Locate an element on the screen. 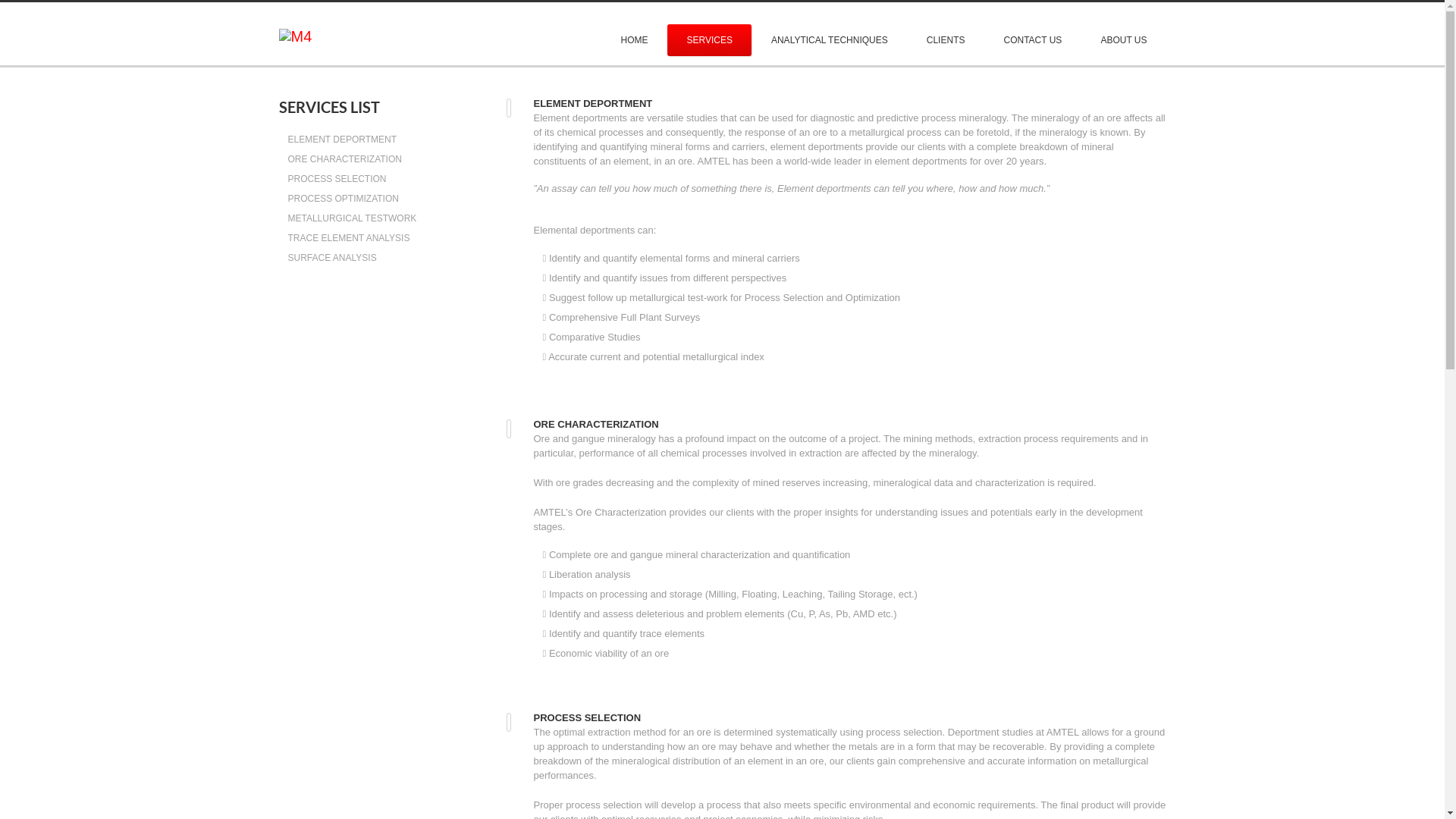 Image resolution: width=1456 pixels, height=819 pixels. 'ABOUT US' is located at coordinates (1123, 39).